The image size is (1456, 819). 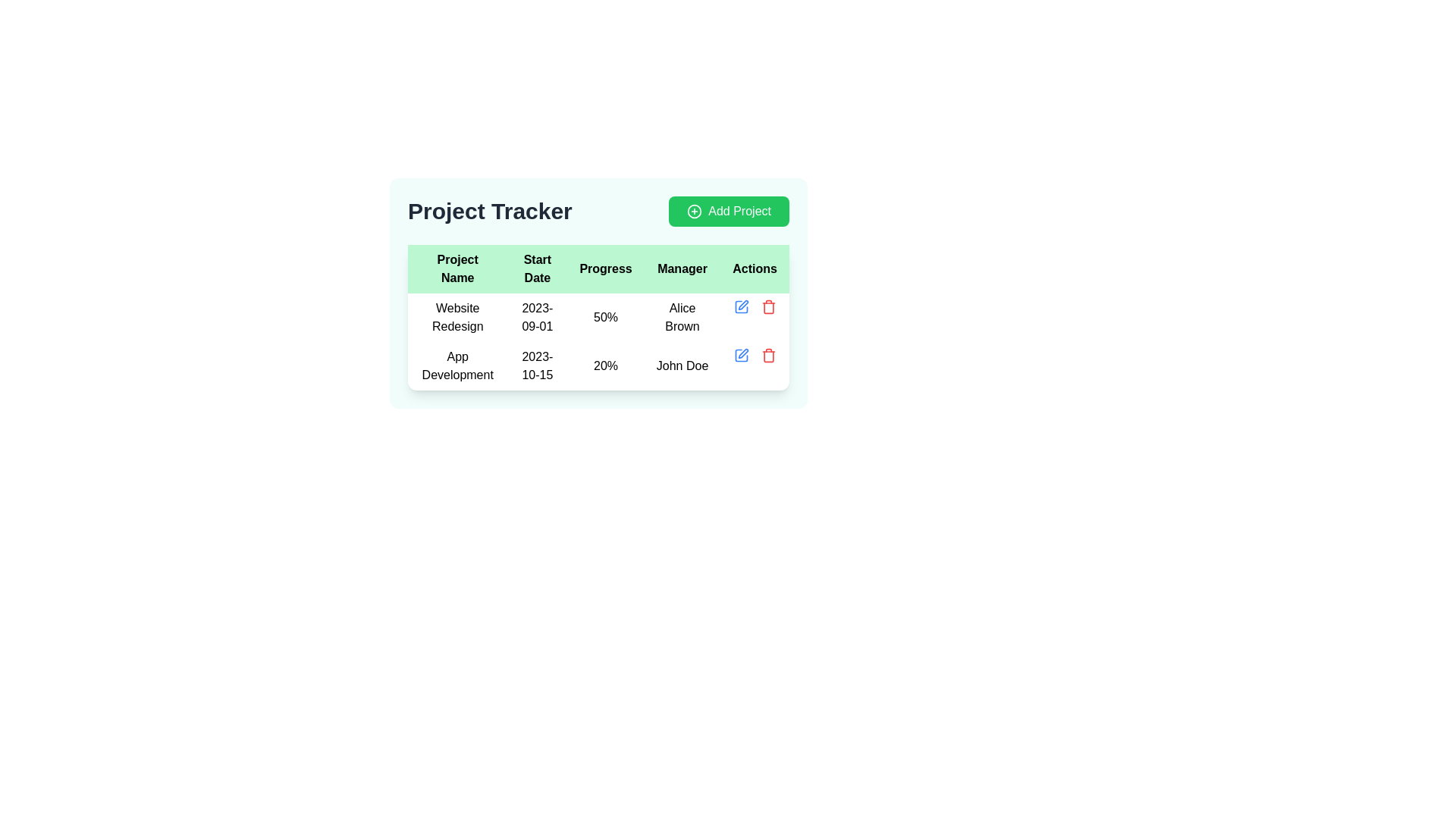 I want to click on the blue edit icon in the horizontal group of interactive icons located in the 'Actions' column of the 'App Development' entry to initiate editing the associated entry, so click(x=755, y=356).